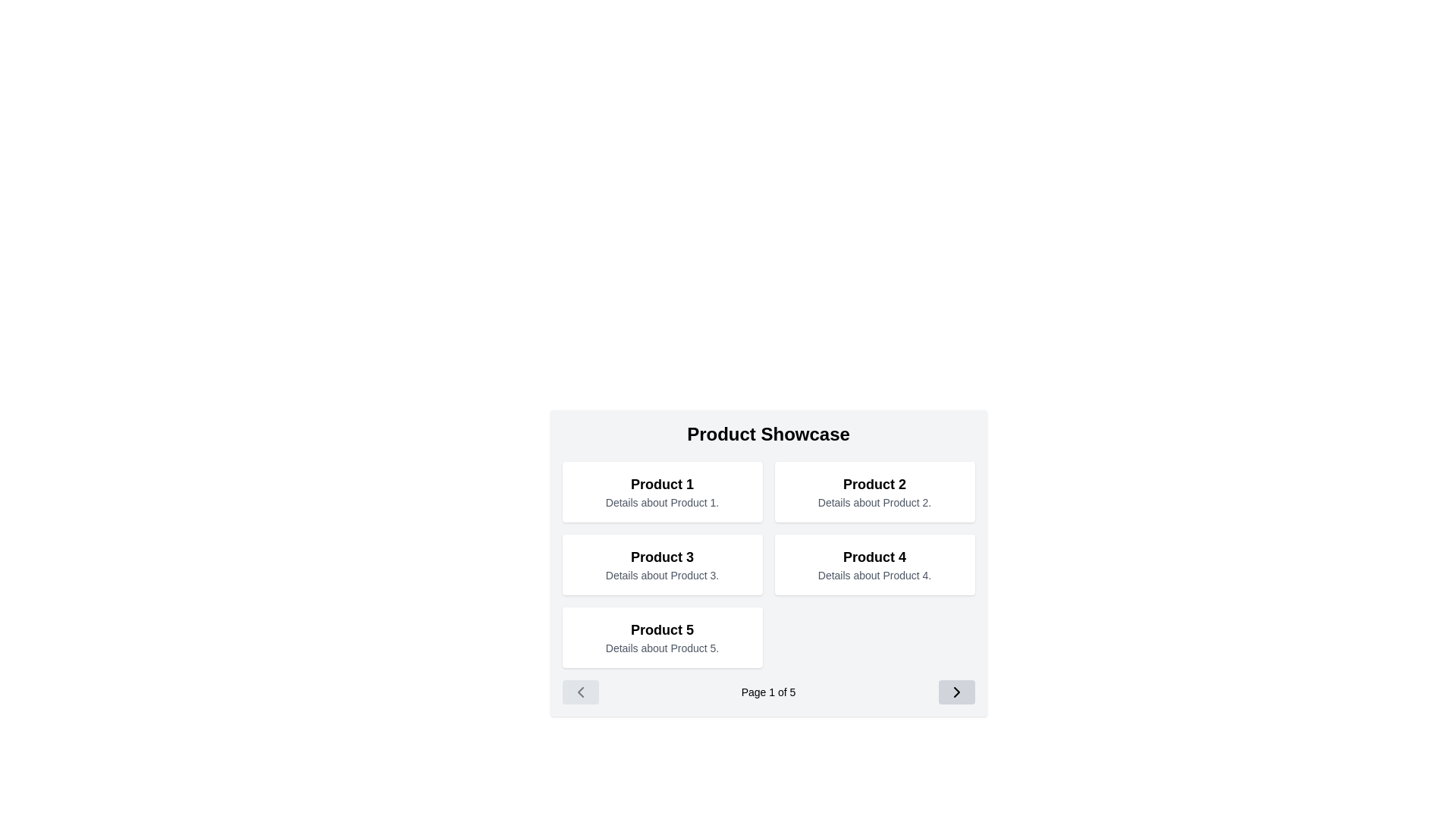 This screenshot has height=819, width=1456. I want to click on the text label displaying 'Product 4' in bold, so click(874, 557).